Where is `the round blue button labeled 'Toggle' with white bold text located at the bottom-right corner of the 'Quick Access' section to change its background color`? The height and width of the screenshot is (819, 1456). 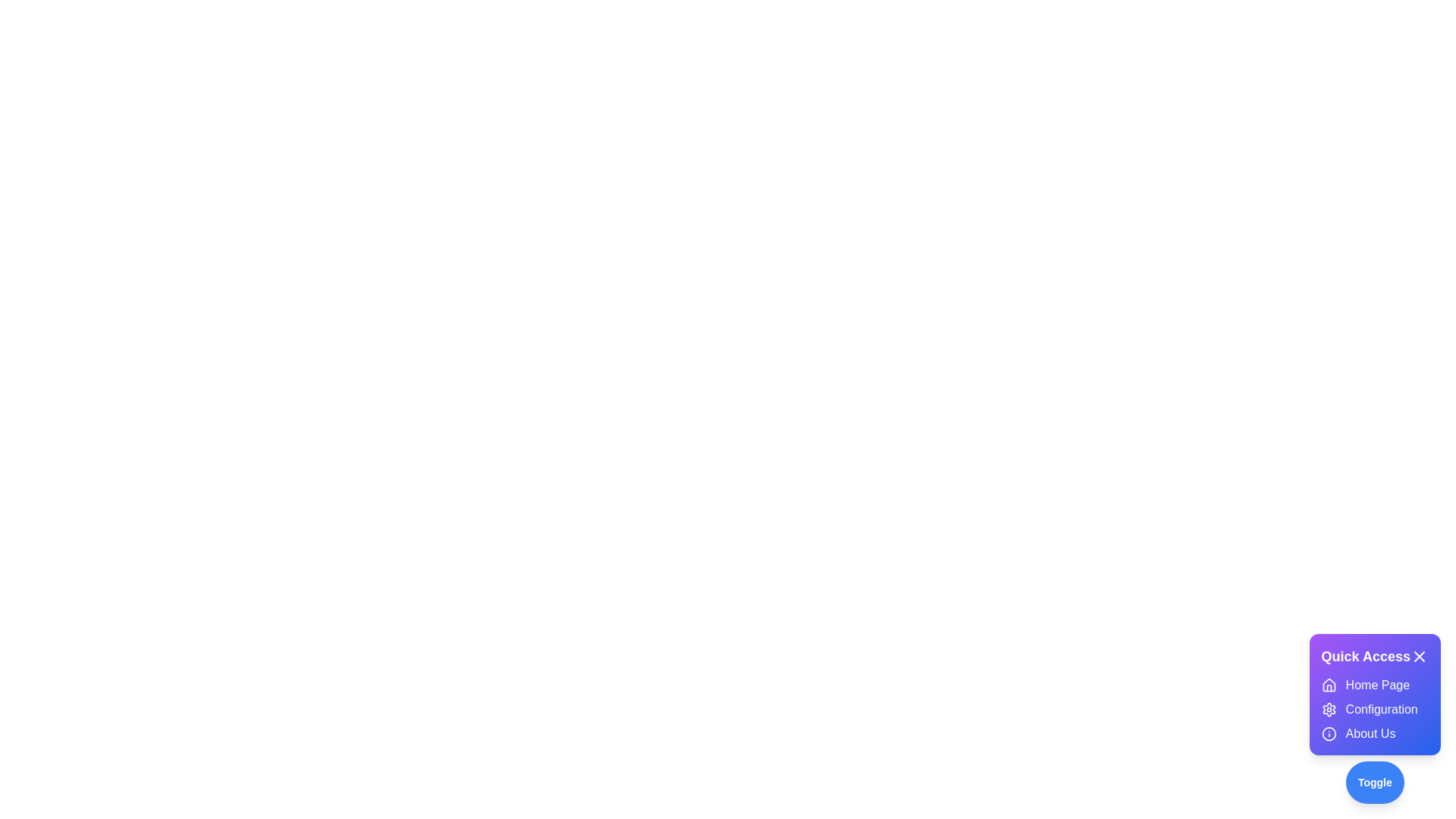 the round blue button labeled 'Toggle' with white bold text located at the bottom-right corner of the 'Quick Access' section to change its background color is located at coordinates (1375, 783).